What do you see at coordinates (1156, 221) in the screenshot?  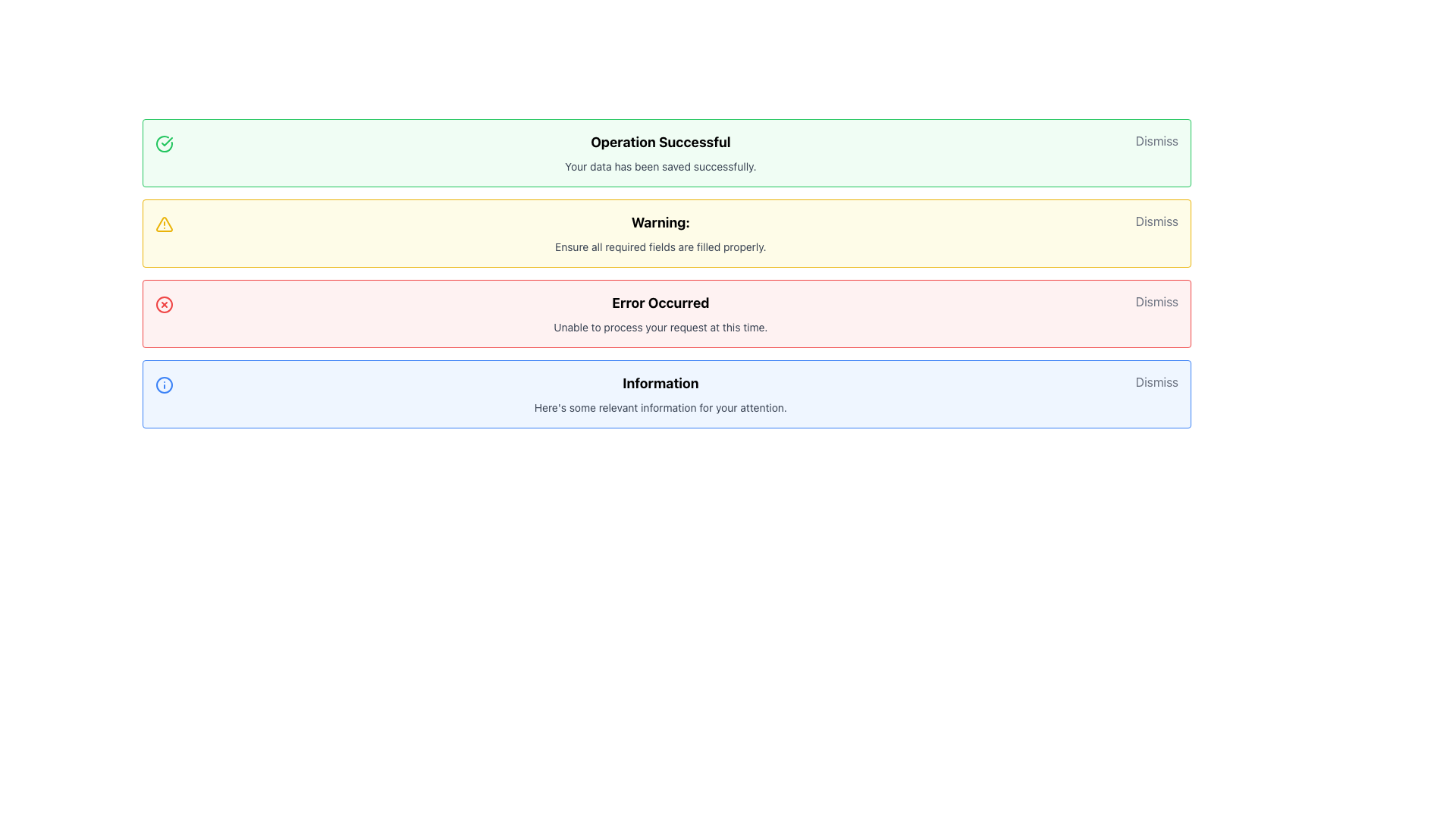 I see `the dismiss button located on the far right of the yellow warning banner` at bounding box center [1156, 221].